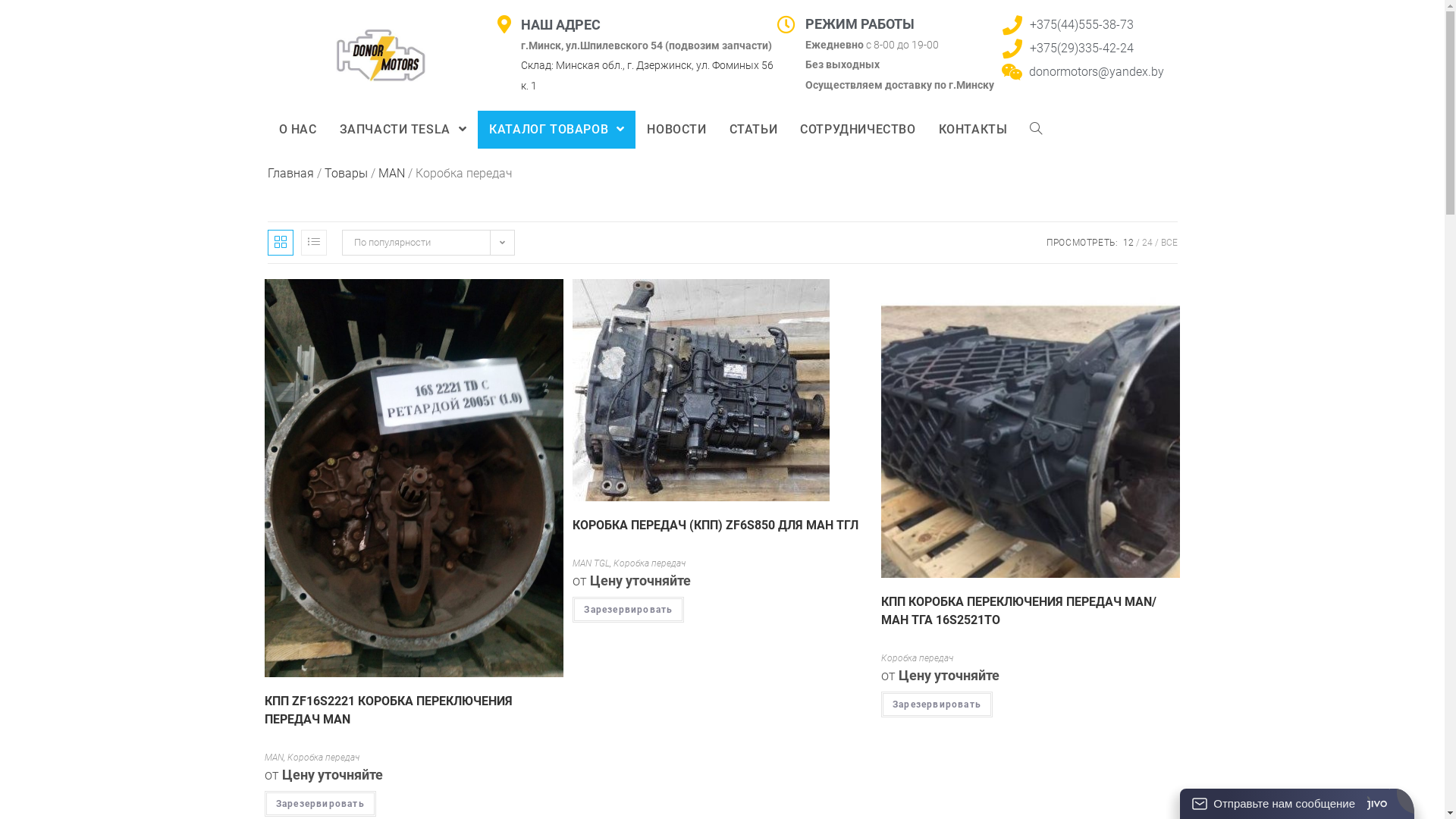 The image size is (1456, 819). What do you see at coordinates (391, 172) in the screenshot?
I see `'MAN'` at bounding box center [391, 172].